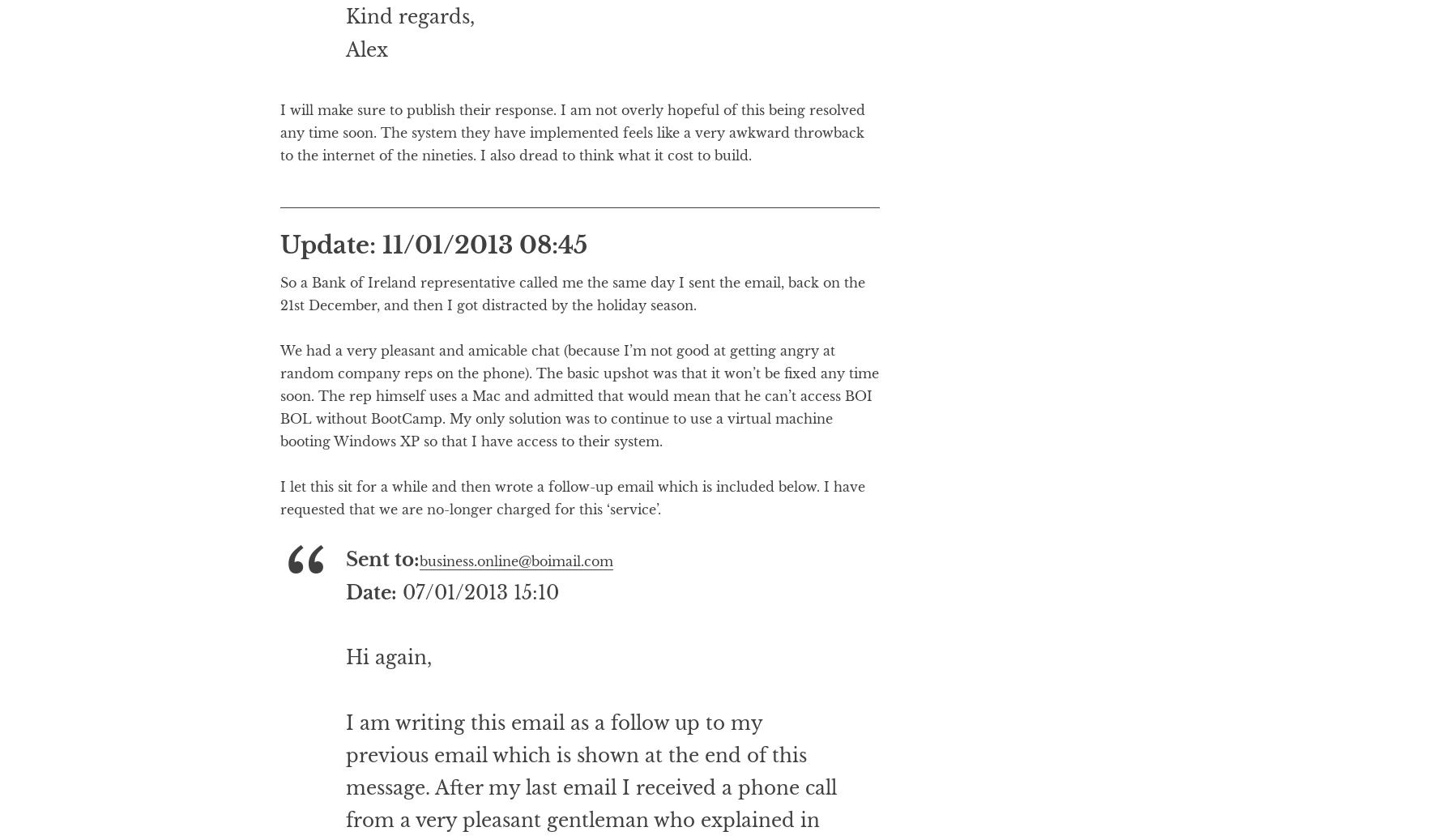 This screenshot has width=1442, height=840. What do you see at coordinates (280, 309) in the screenshot?
I see `'Update: 11/01/2013 08:45'` at bounding box center [280, 309].